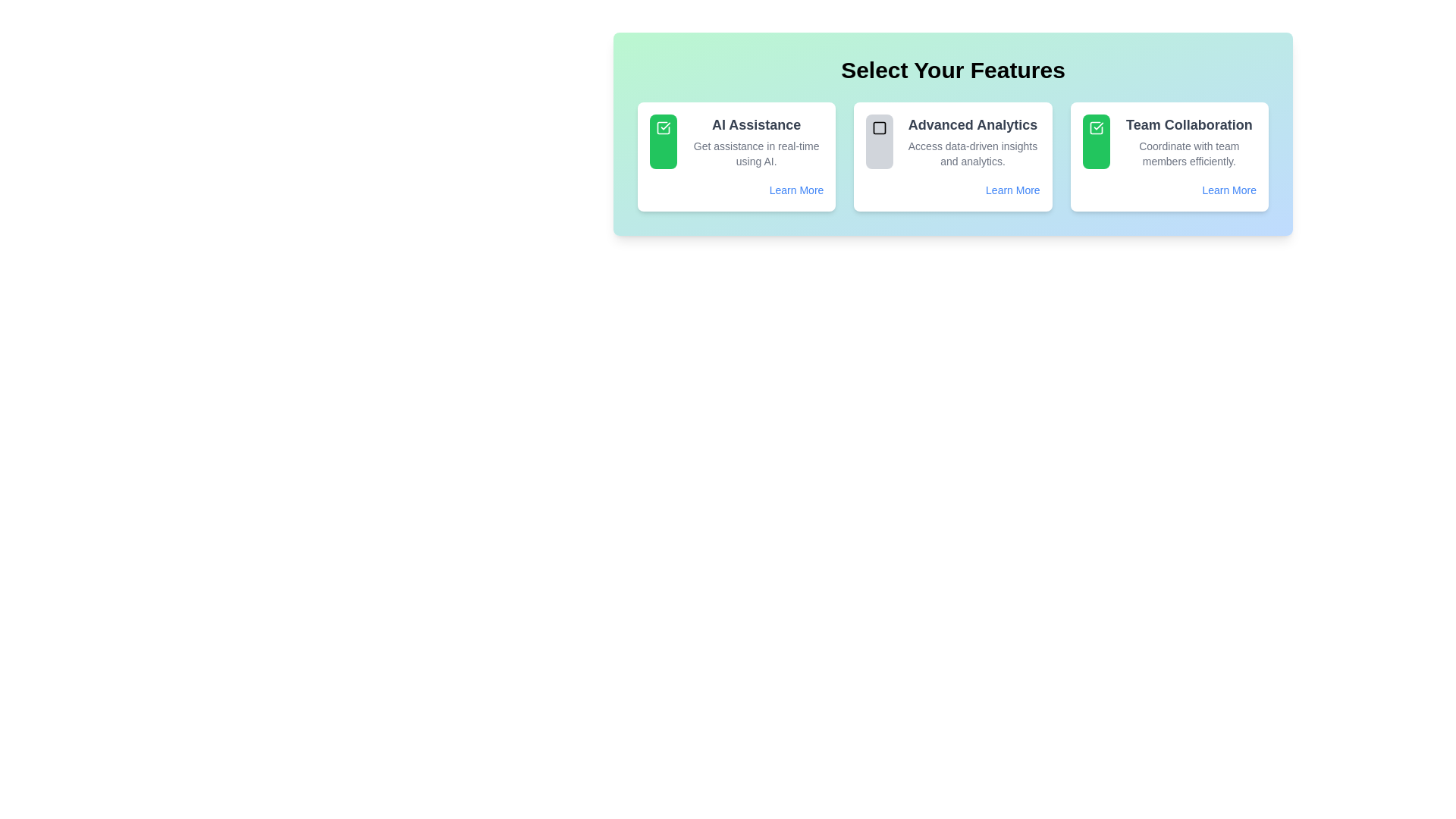  What do you see at coordinates (1169, 157) in the screenshot?
I see `title 'Team Collaboration' and subtitle 'Coordinate with team members efficiently.' from the third card in the grid layout, which is a white card with a green checkmark icon` at bounding box center [1169, 157].